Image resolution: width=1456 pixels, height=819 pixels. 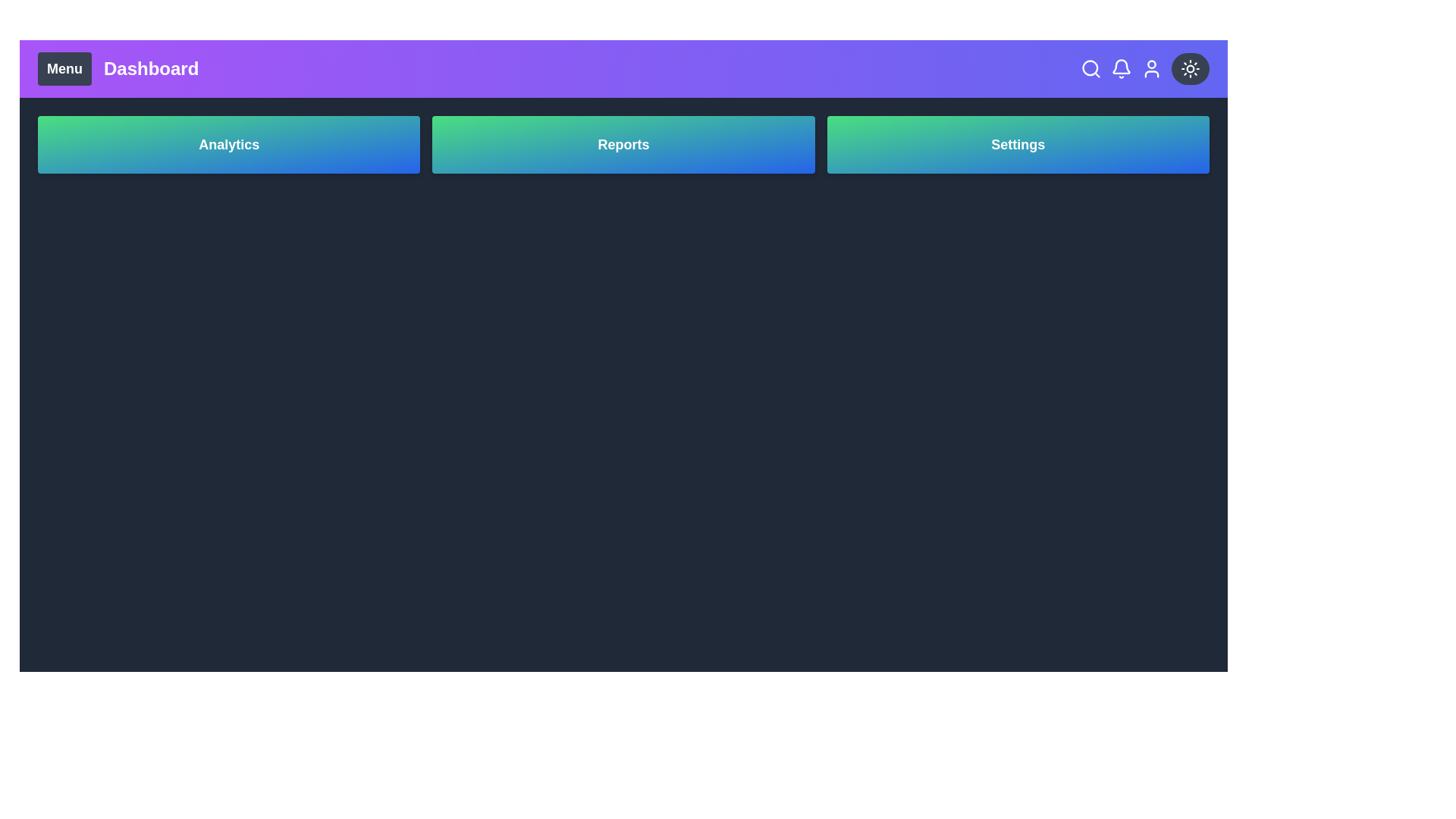 I want to click on the header background gradient area to acknowledge its aesthetic, so click(x=623, y=69).